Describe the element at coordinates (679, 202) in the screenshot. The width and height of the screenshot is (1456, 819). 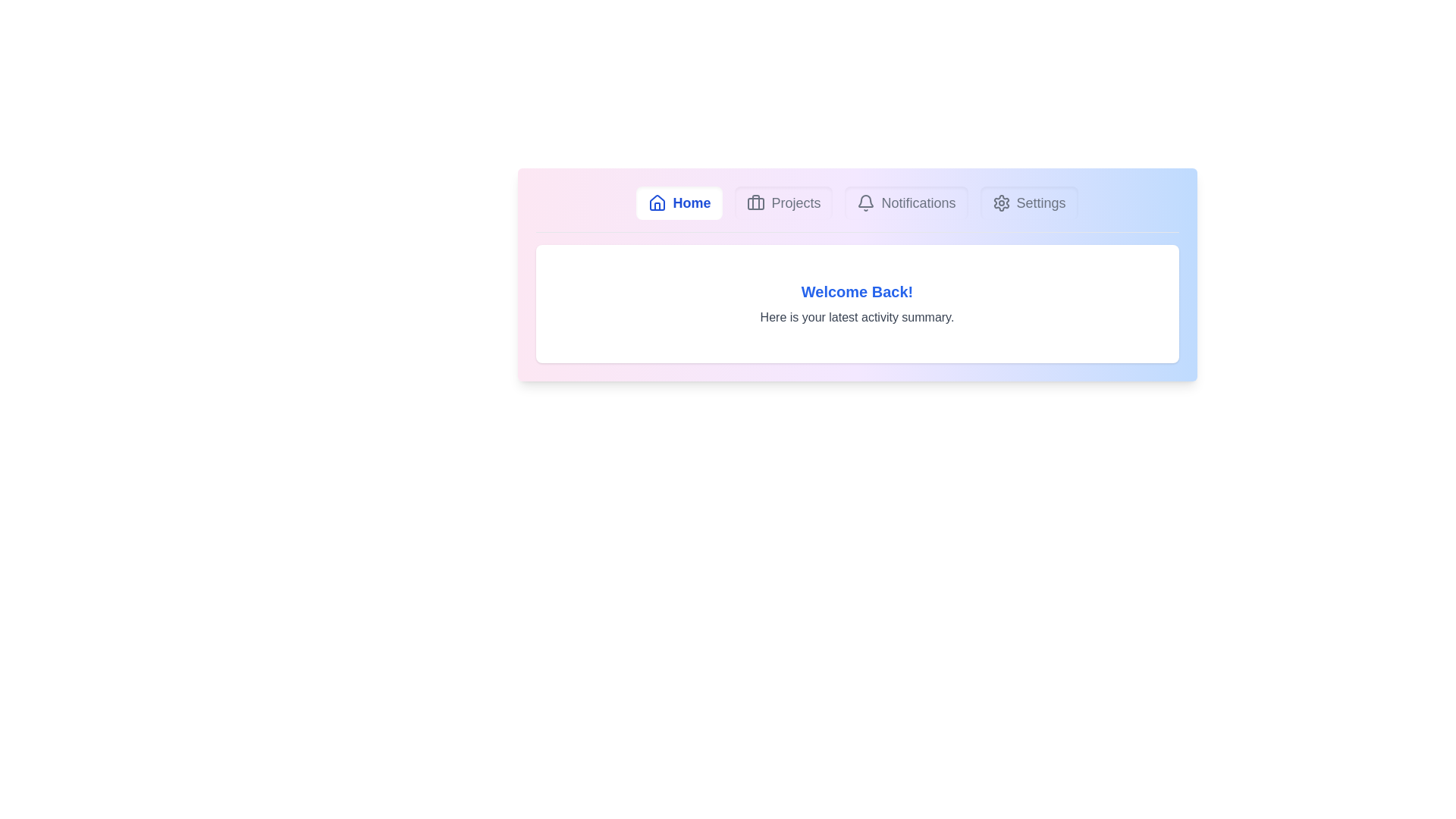
I see `the Home tab` at that location.